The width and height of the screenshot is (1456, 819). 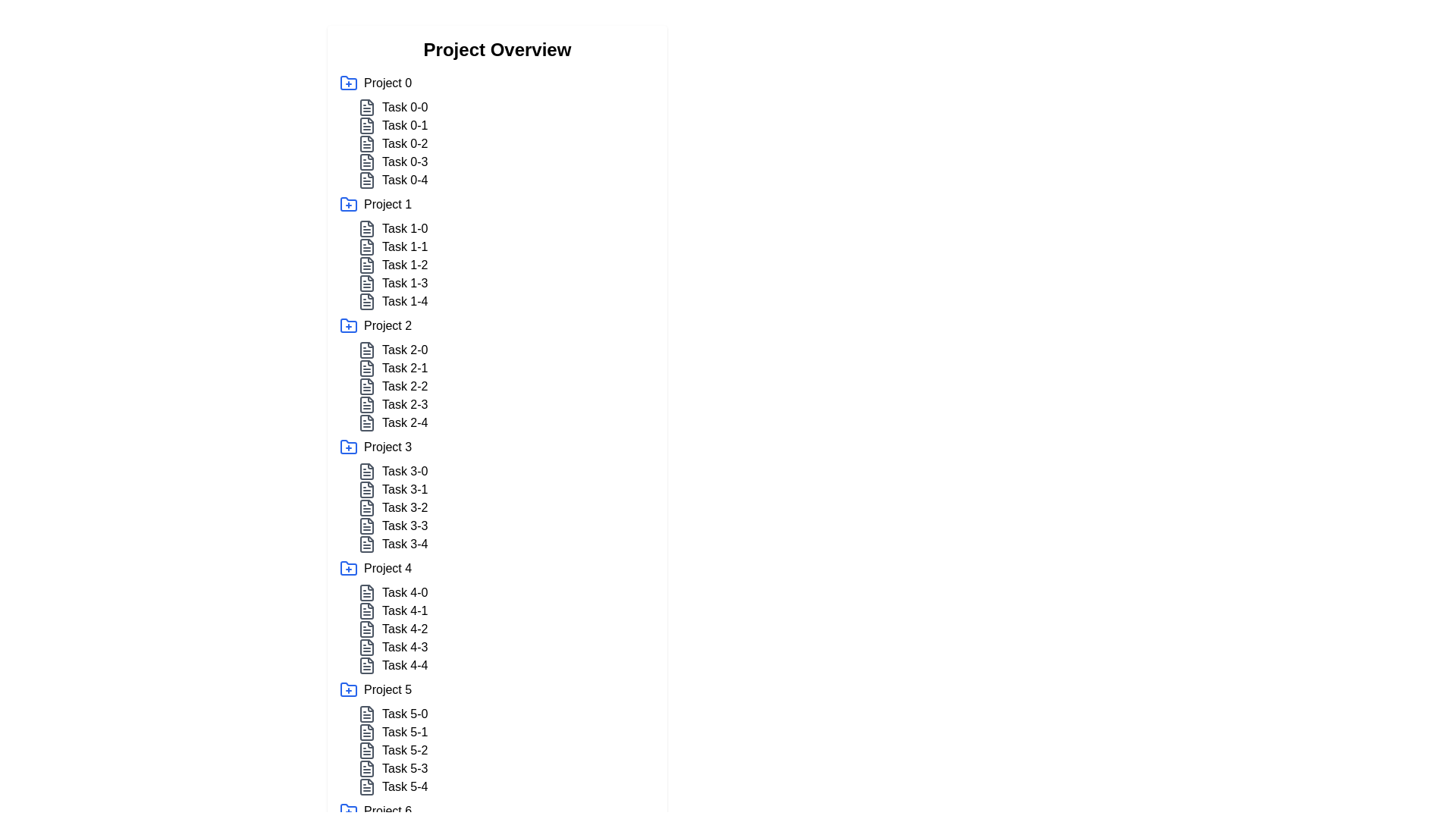 What do you see at coordinates (405, 526) in the screenshot?
I see `the text label indicating 'Task 3-3' in the project management list, located between 'Task 3-2' and 'Task 3-4' in the 'Project 3' section` at bounding box center [405, 526].